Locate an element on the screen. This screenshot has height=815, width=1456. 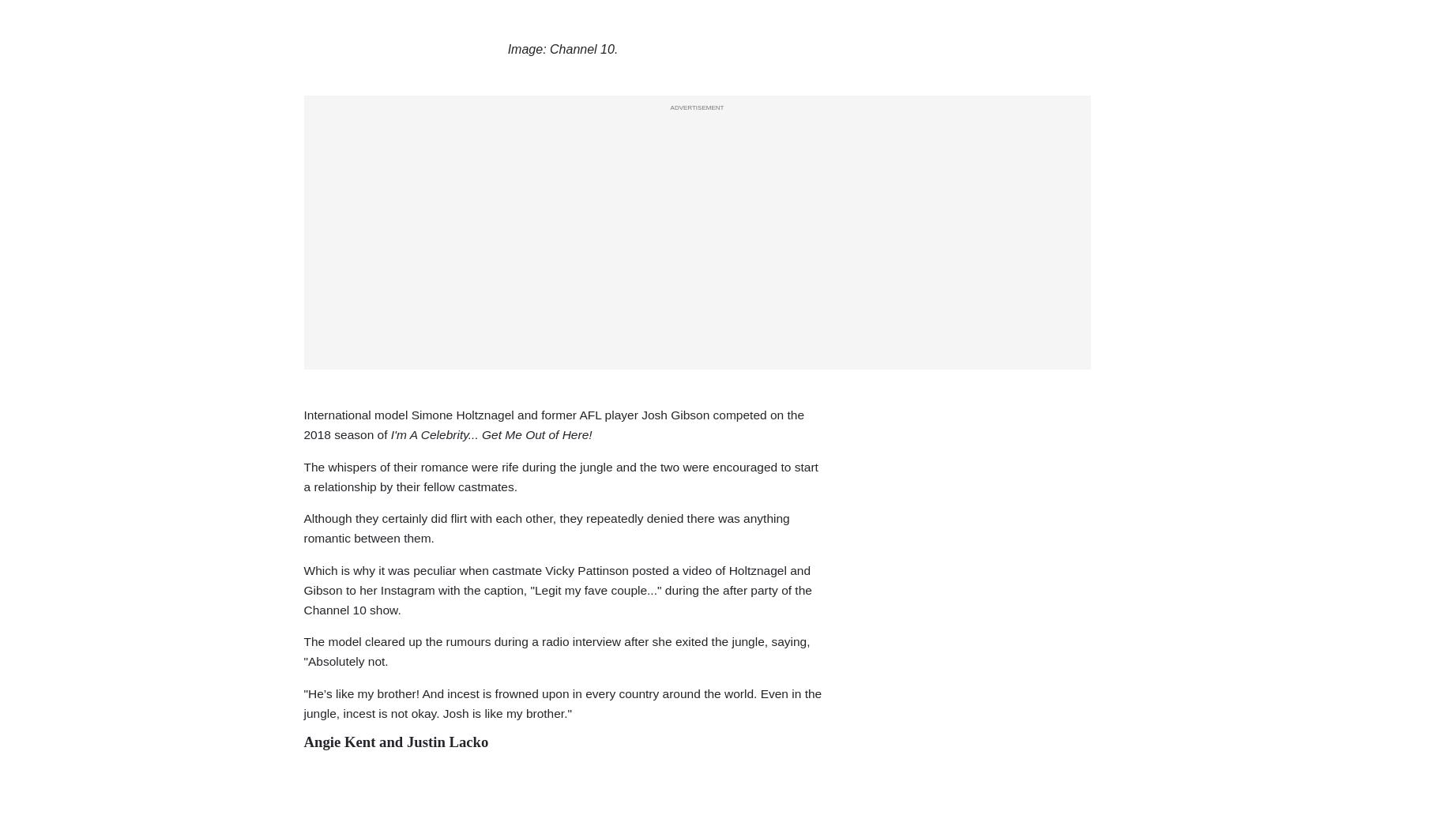
'"He’s like my brother! And incest is frowned upon in every country around the world. Even in the jungle, incest is not okay. Josh is like my brother."' is located at coordinates (561, 702).